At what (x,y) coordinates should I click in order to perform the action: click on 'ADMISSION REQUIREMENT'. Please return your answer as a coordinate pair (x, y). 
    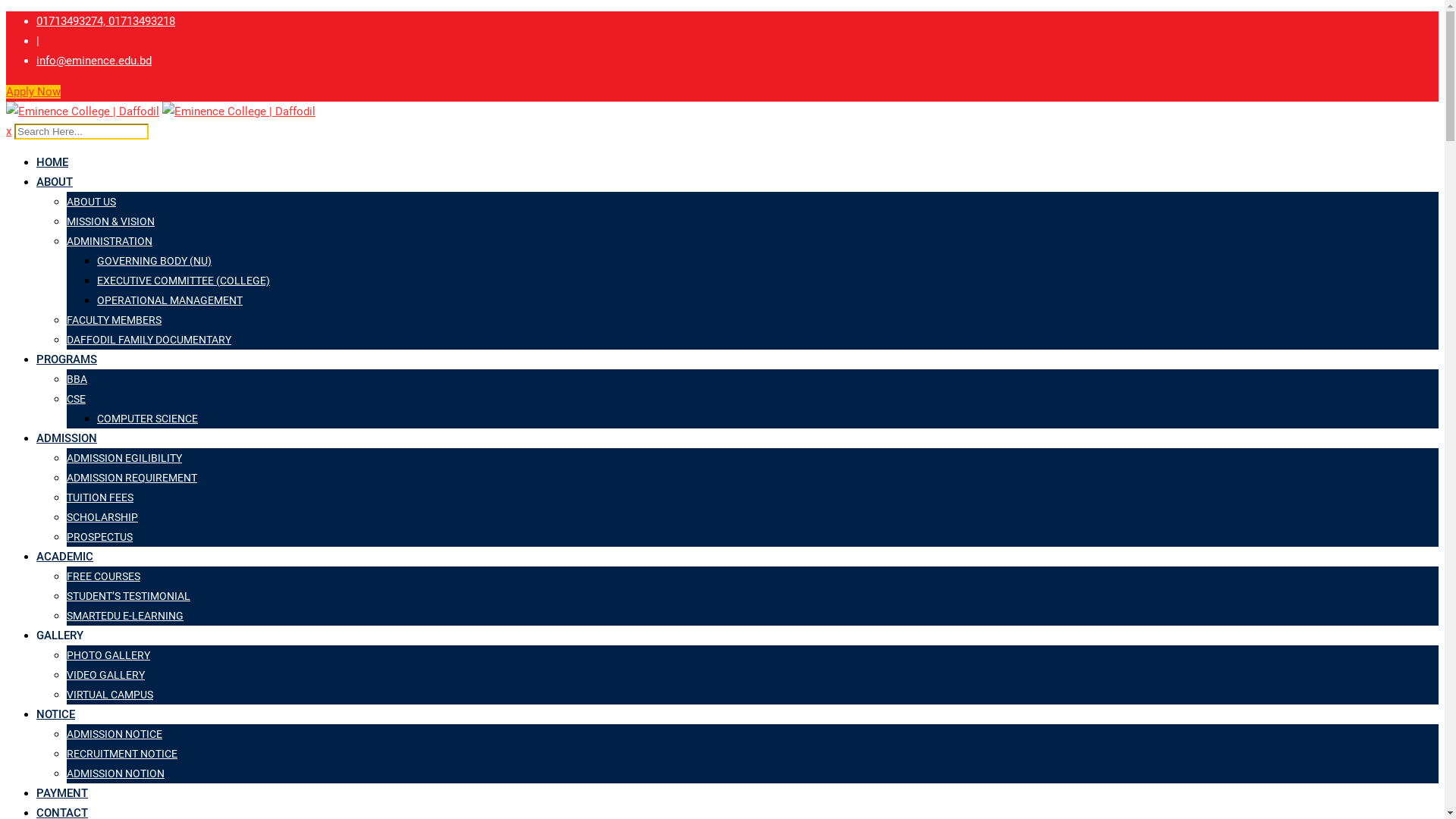
    Looking at the image, I should click on (65, 476).